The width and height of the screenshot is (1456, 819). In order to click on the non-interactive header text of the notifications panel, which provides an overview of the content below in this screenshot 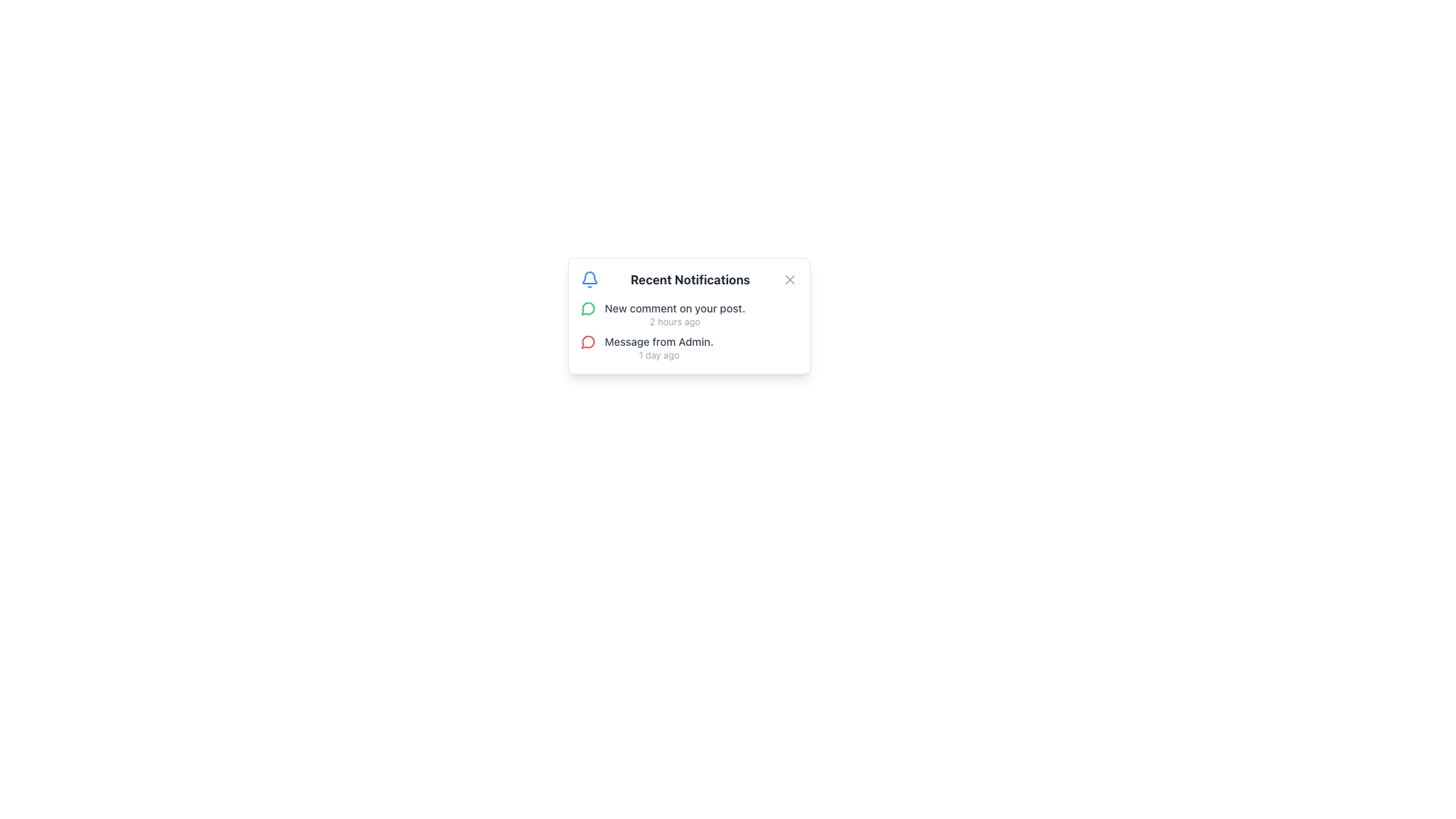, I will do `click(688, 280)`.